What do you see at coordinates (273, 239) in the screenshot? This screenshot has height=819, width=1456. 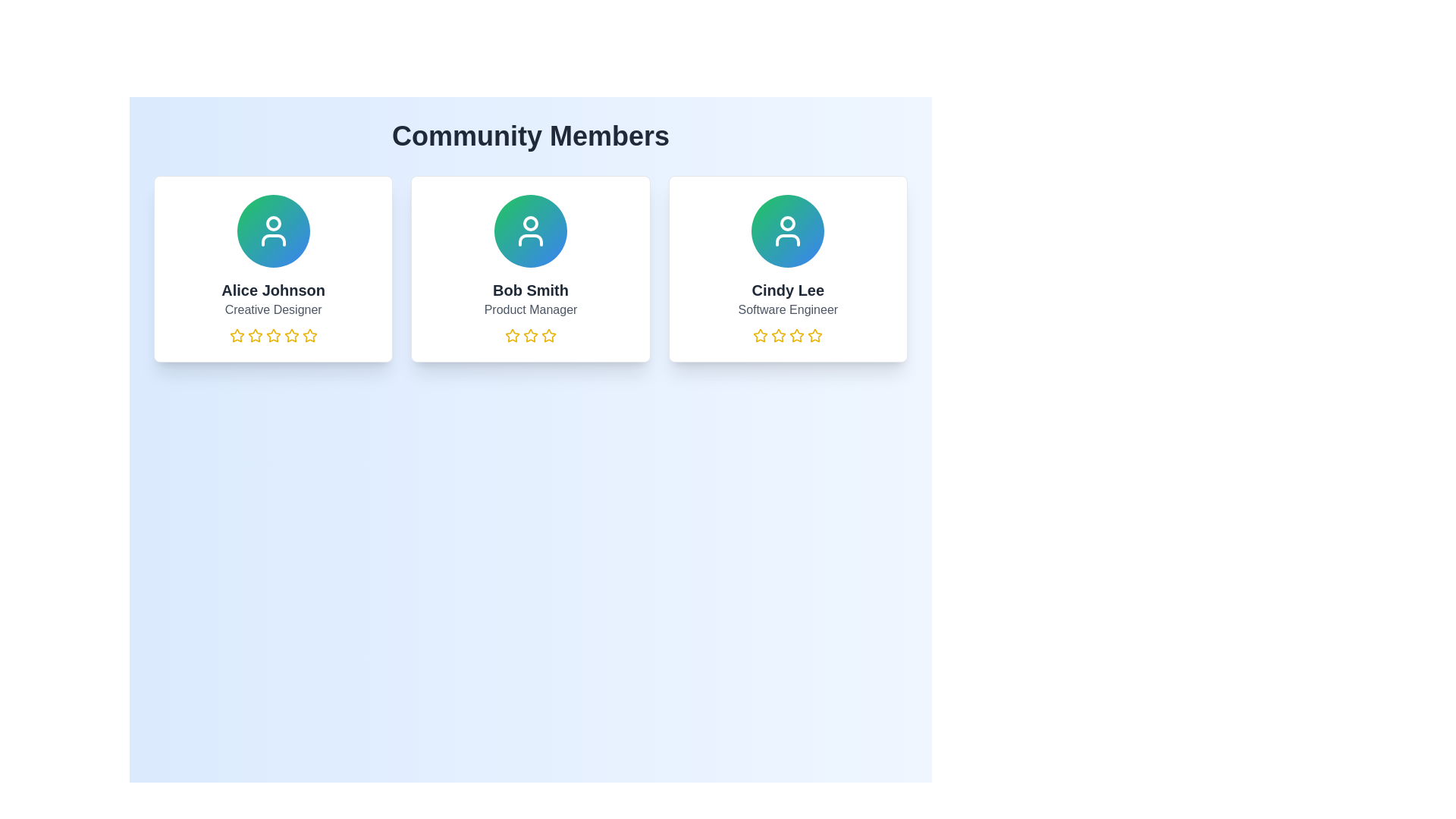 I see `the bottom torso representation of the user silhouette icon in the top-left card labeled 'Alice Johnson'` at bounding box center [273, 239].